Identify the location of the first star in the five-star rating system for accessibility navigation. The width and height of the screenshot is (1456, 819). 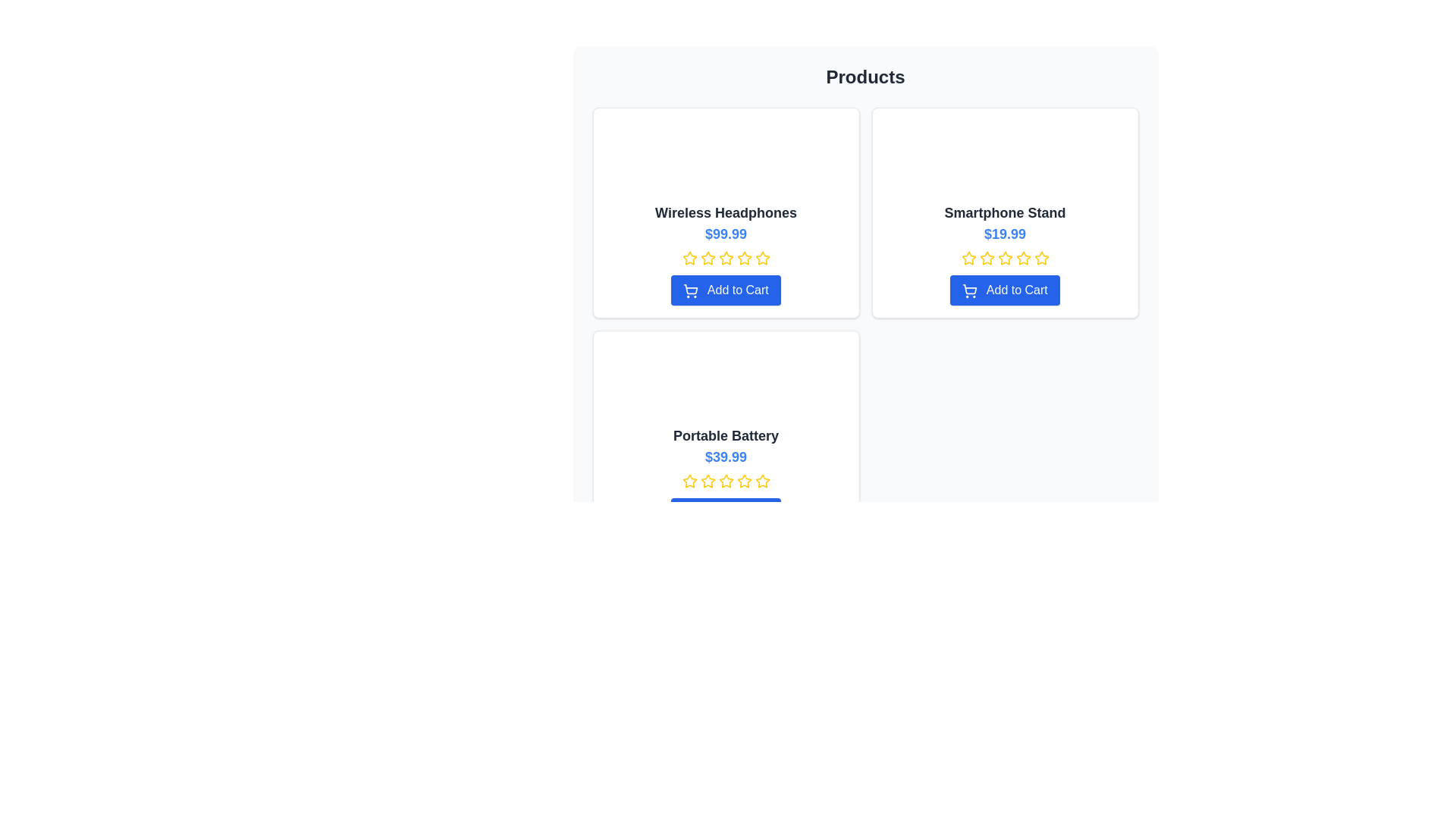
(689, 257).